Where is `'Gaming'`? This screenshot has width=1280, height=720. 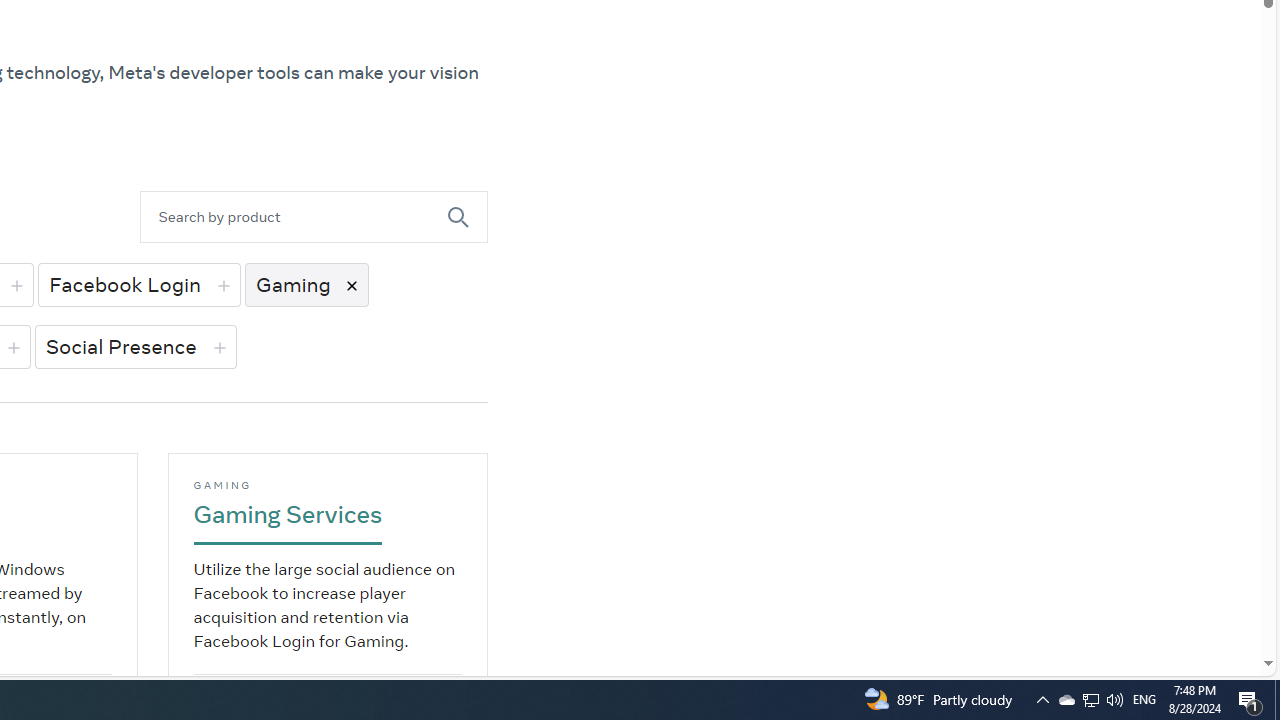 'Gaming' is located at coordinates (305, 284).